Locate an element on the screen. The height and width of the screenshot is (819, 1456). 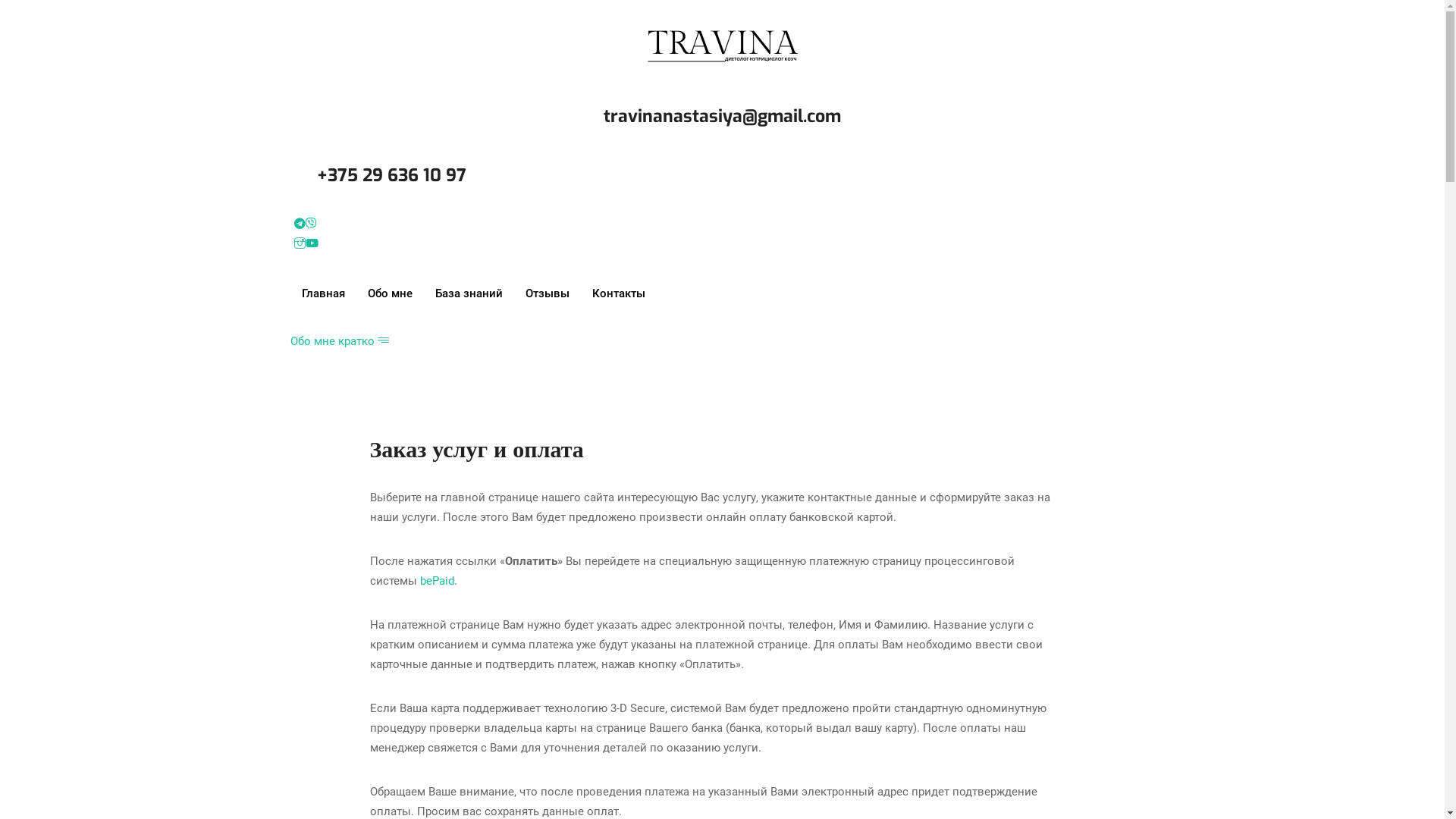
'bePaid' is located at coordinates (436, 580).